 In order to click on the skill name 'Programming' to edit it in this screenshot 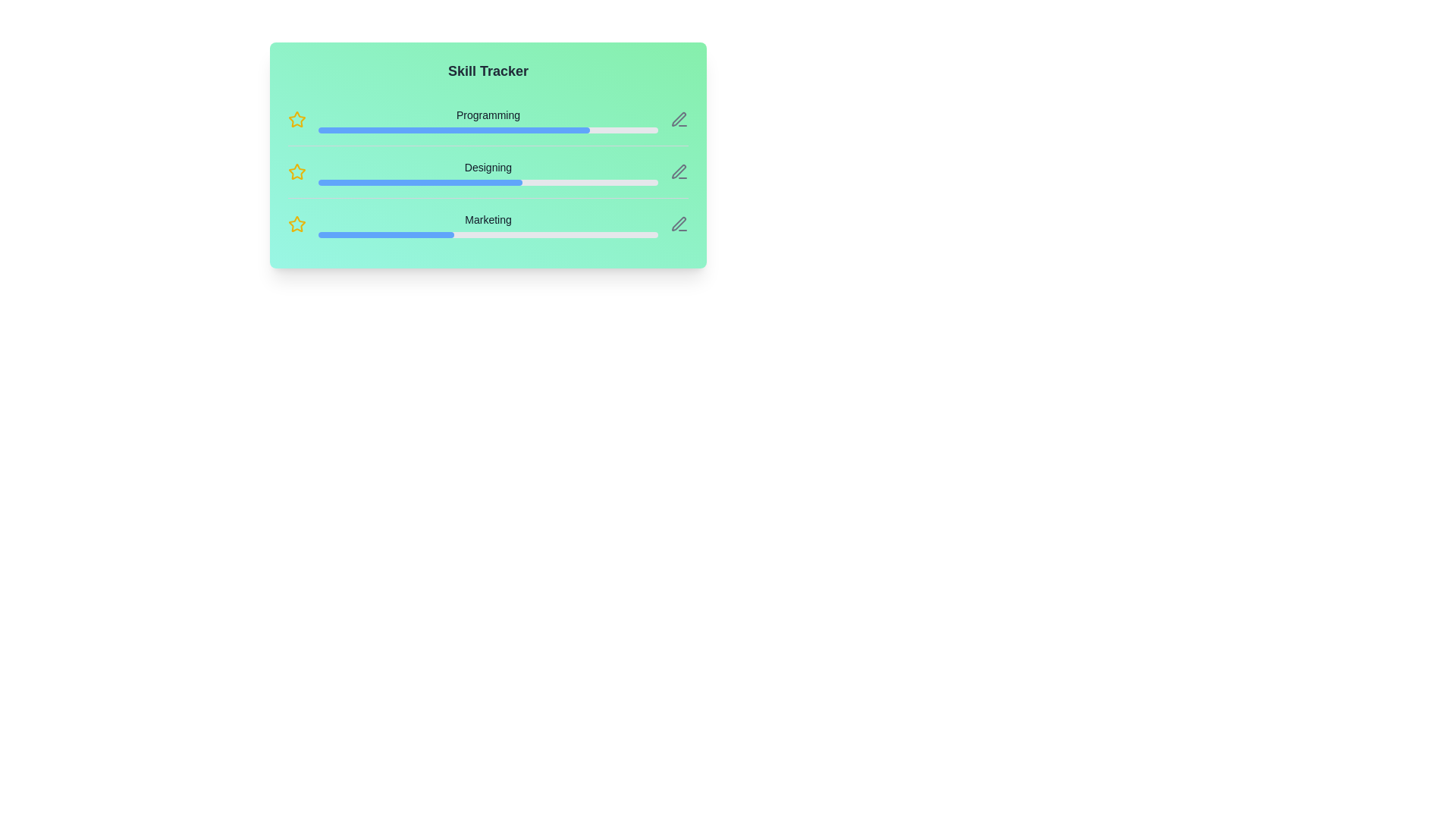, I will do `click(488, 114)`.